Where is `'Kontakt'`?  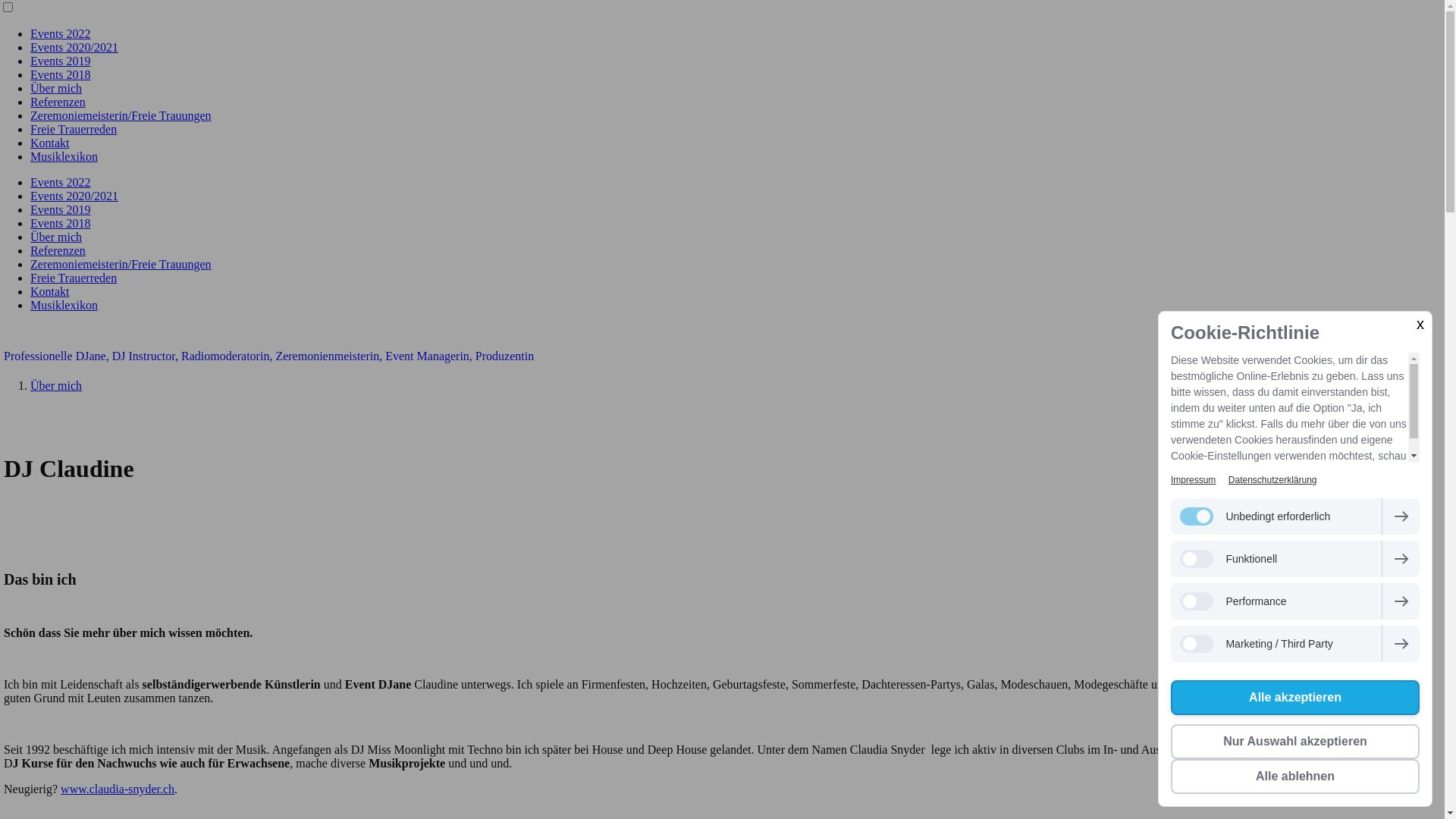
'Kontakt' is located at coordinates (50, 143).